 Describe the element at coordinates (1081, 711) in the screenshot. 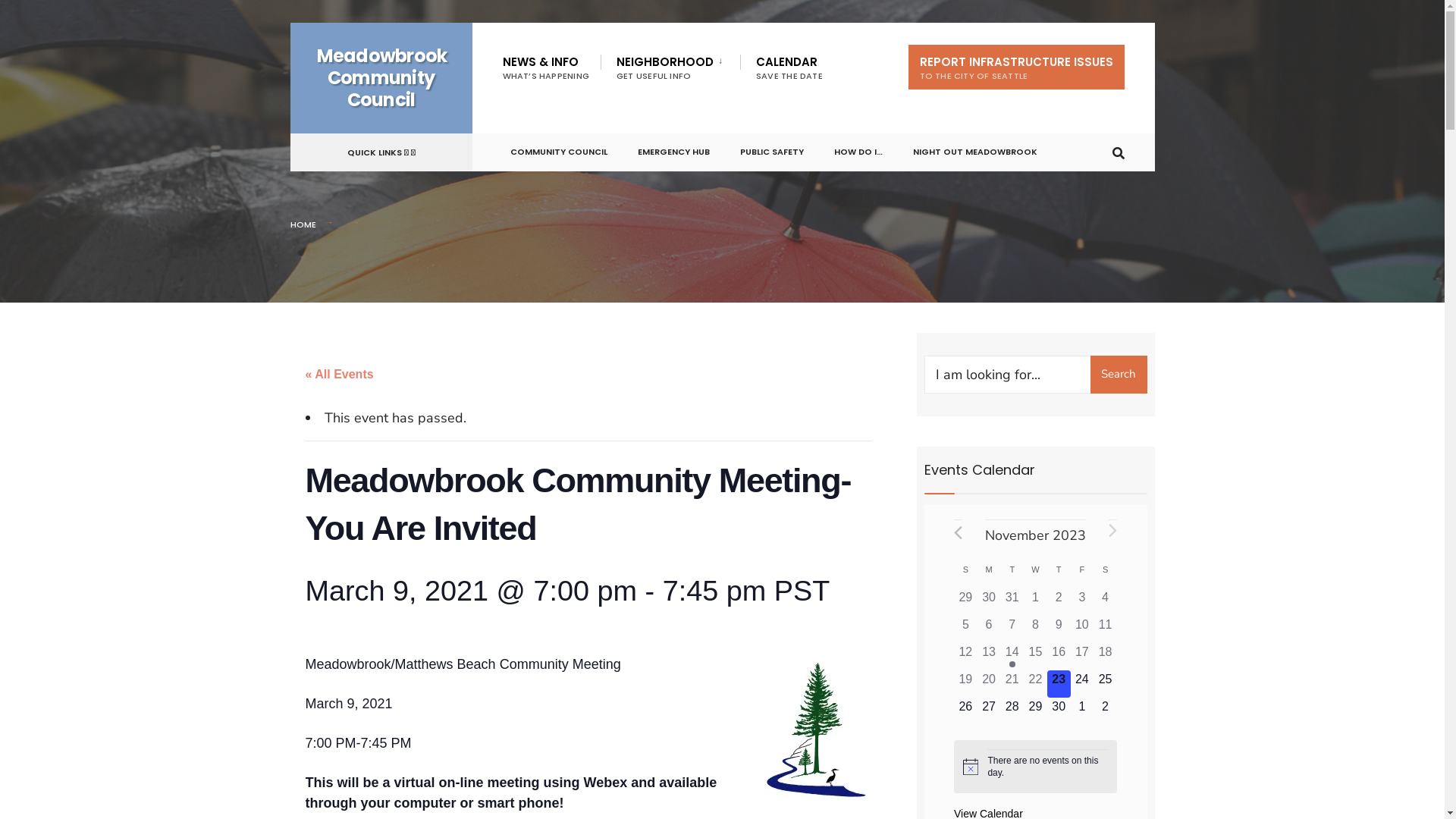

I see `'0 events,` at that location.